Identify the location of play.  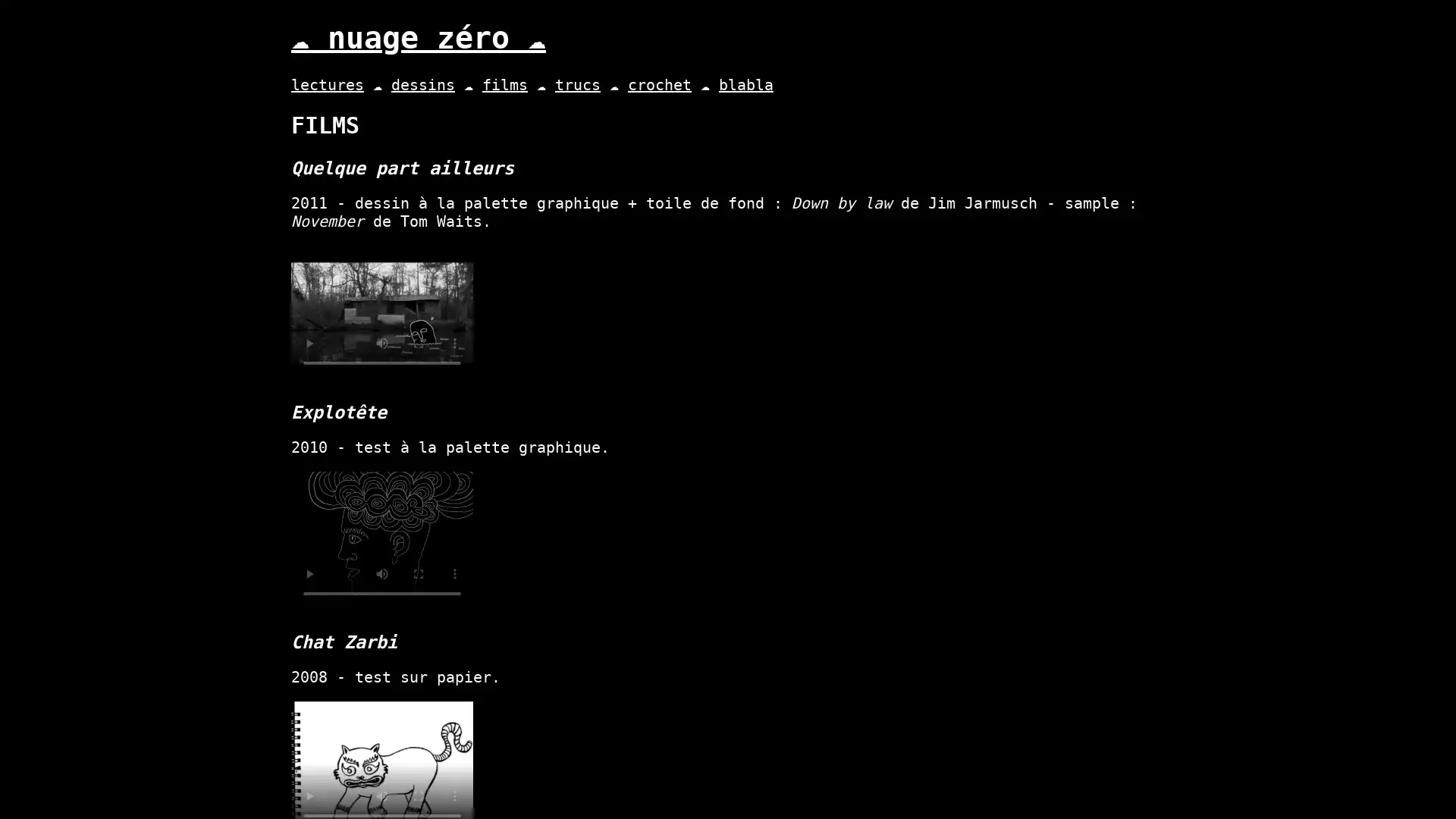
(309, 573).